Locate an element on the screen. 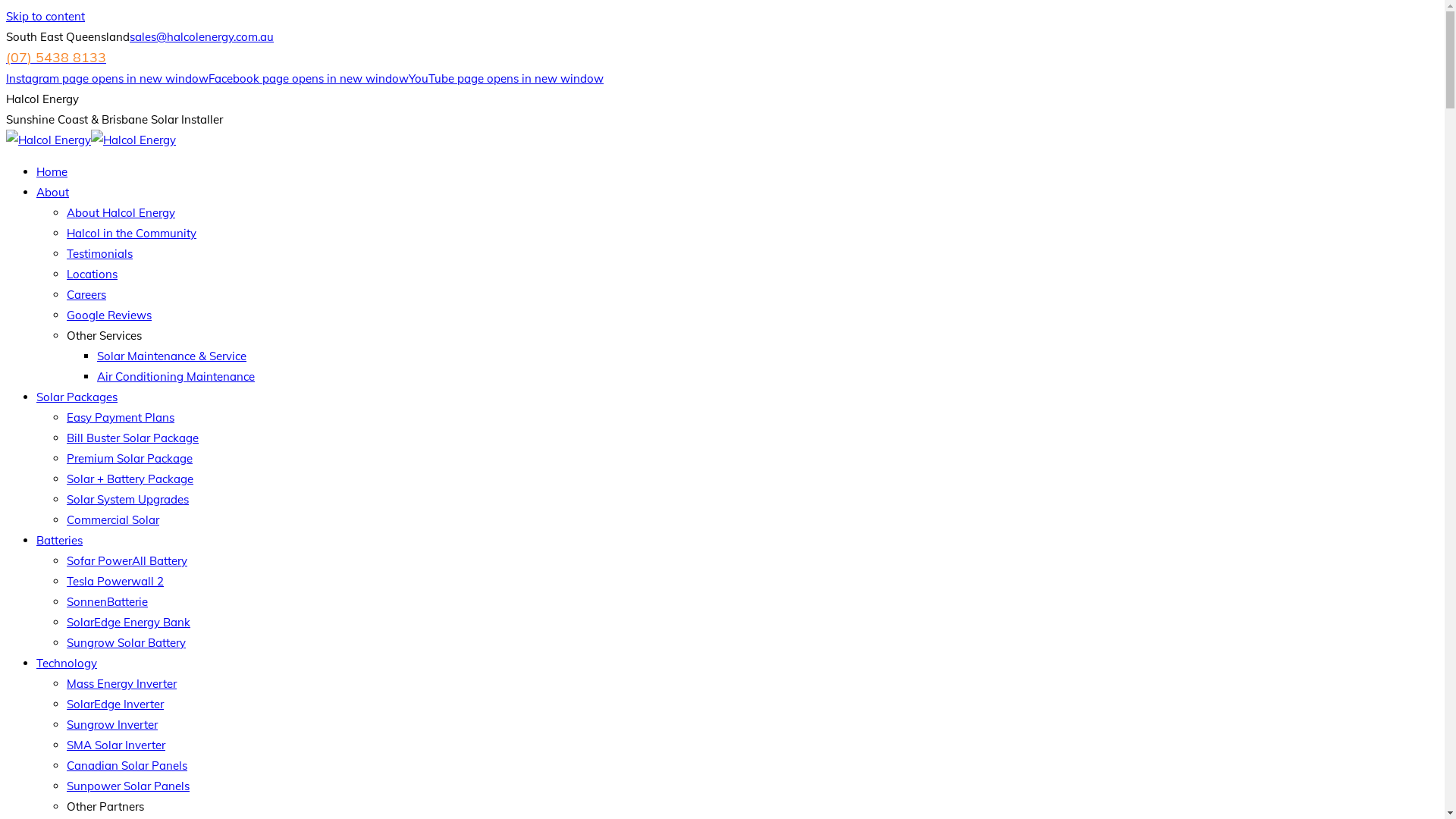 The height and width of the screenshot is (819, 1456). 'SolarEdge Energy Bank' is located at coordinates (128, 622).